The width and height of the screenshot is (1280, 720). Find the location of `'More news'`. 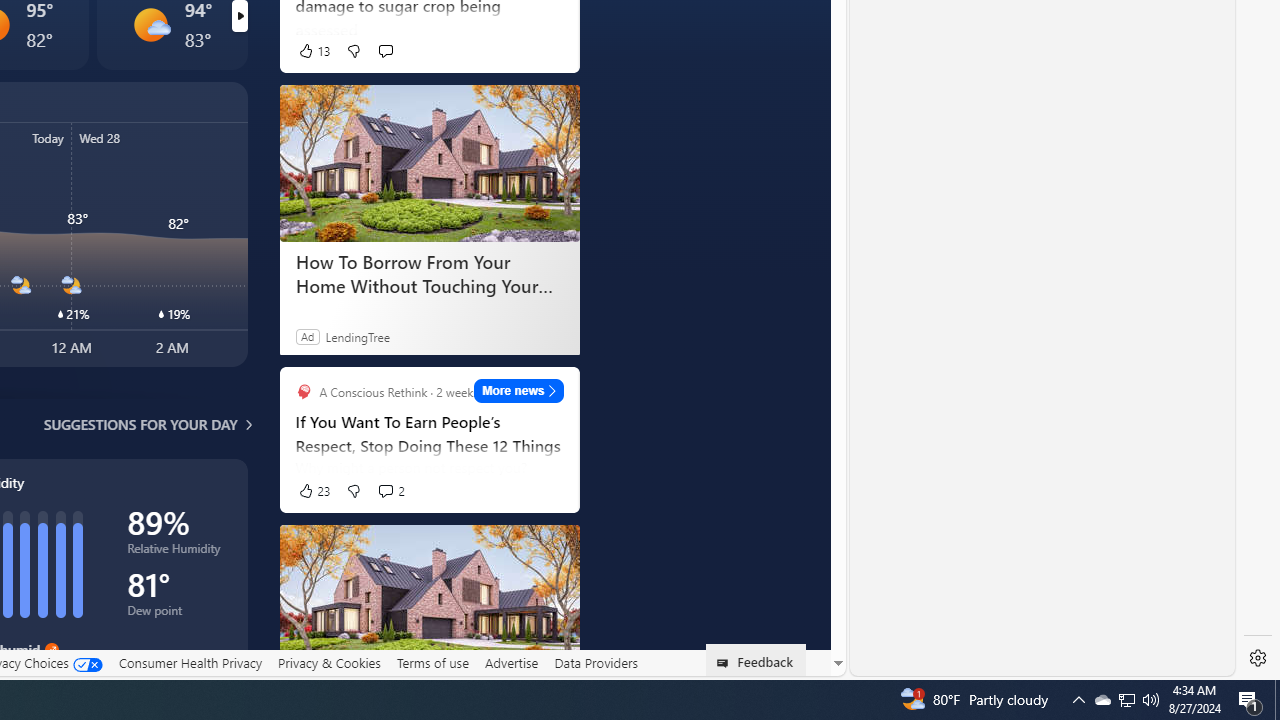

'More news' is located at coordinates (519, 390).